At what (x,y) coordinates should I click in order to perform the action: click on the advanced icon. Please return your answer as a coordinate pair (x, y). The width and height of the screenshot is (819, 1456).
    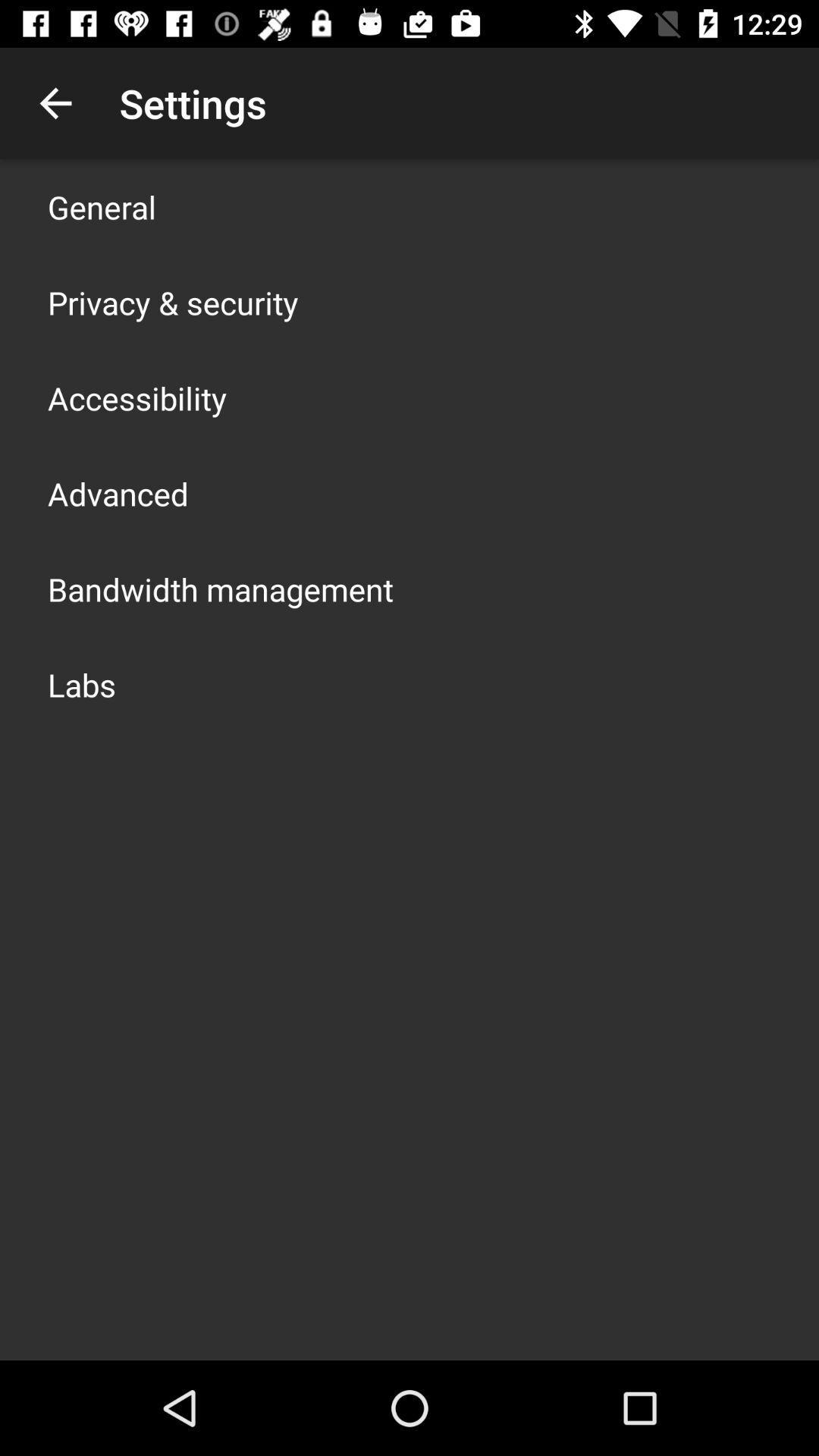
    Looking at the image, I should click on (117, 494).